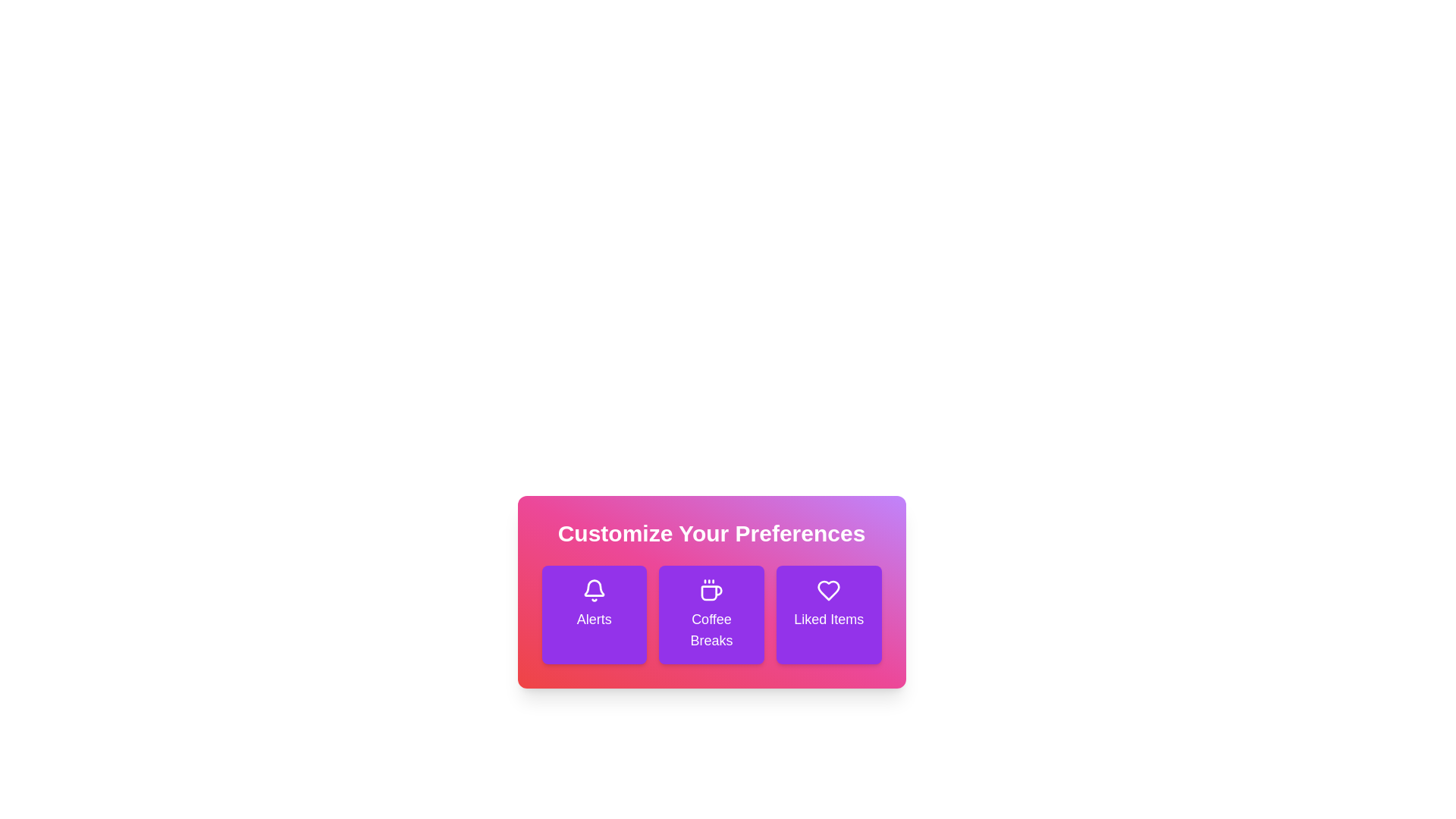 Image resolution: width=1456 pixels, height=819 pixels. I want to click on the 'Alerts' icon, which is the top icon in the 'Alerts' section of the lower preferences panel, so click(593, 590).